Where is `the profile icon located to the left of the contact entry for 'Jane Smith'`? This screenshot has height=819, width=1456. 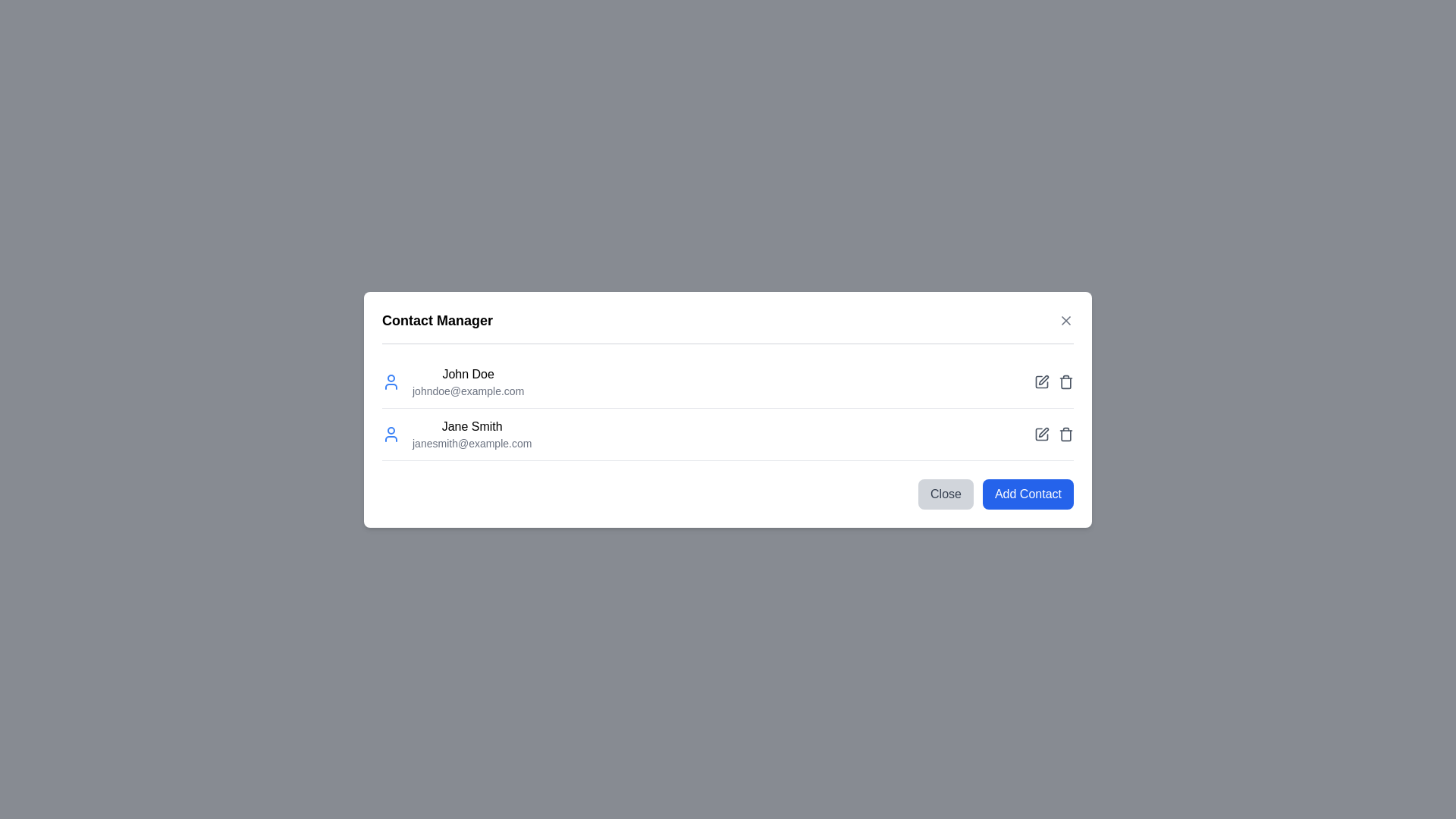
the profile icon located to the left of the contact entry for 'Jane Smith' is located at coordinates (391, 433).